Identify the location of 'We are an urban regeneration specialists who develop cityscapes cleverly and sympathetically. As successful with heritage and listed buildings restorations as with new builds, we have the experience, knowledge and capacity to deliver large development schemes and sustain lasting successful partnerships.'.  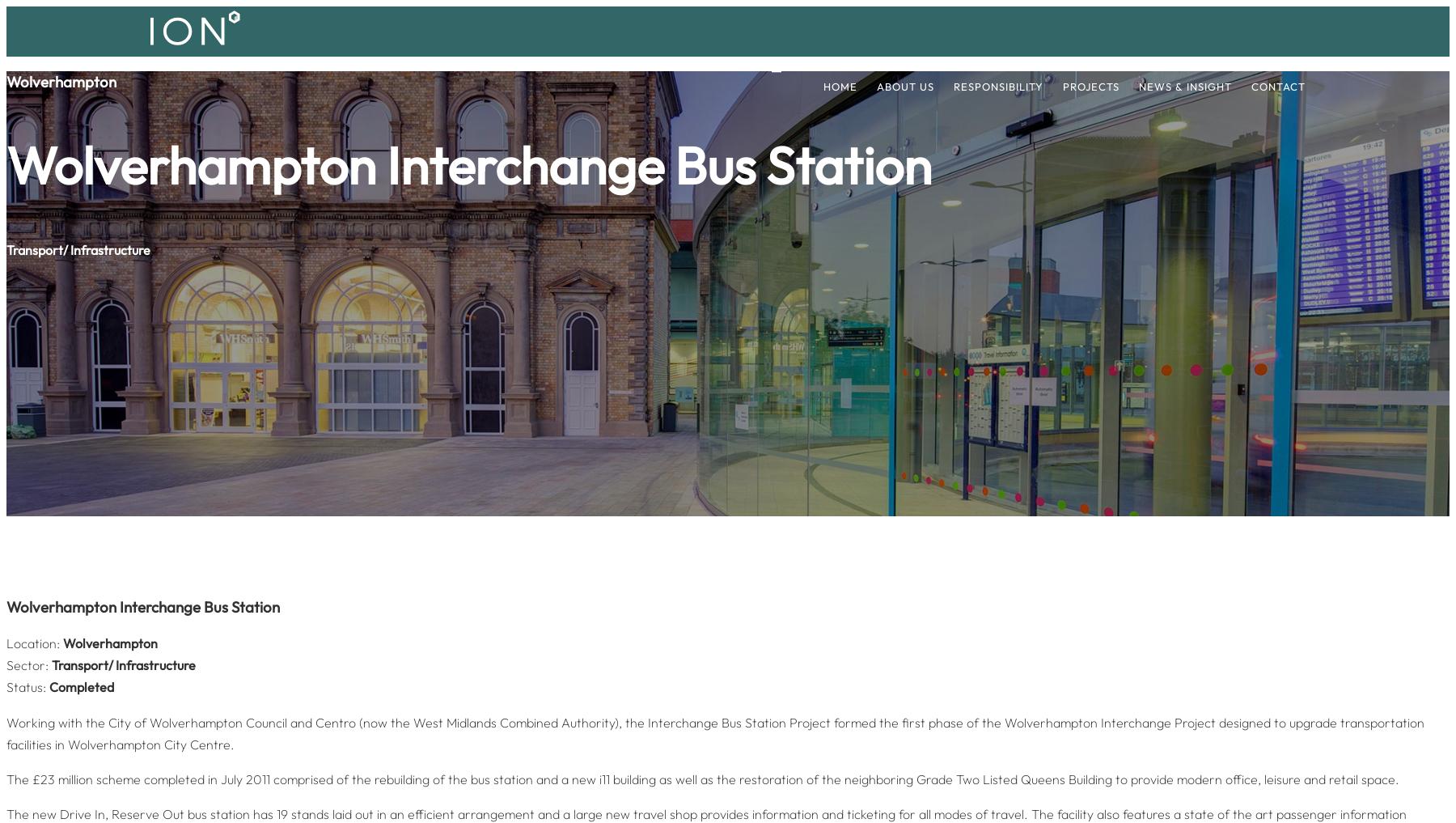
(175, 115).